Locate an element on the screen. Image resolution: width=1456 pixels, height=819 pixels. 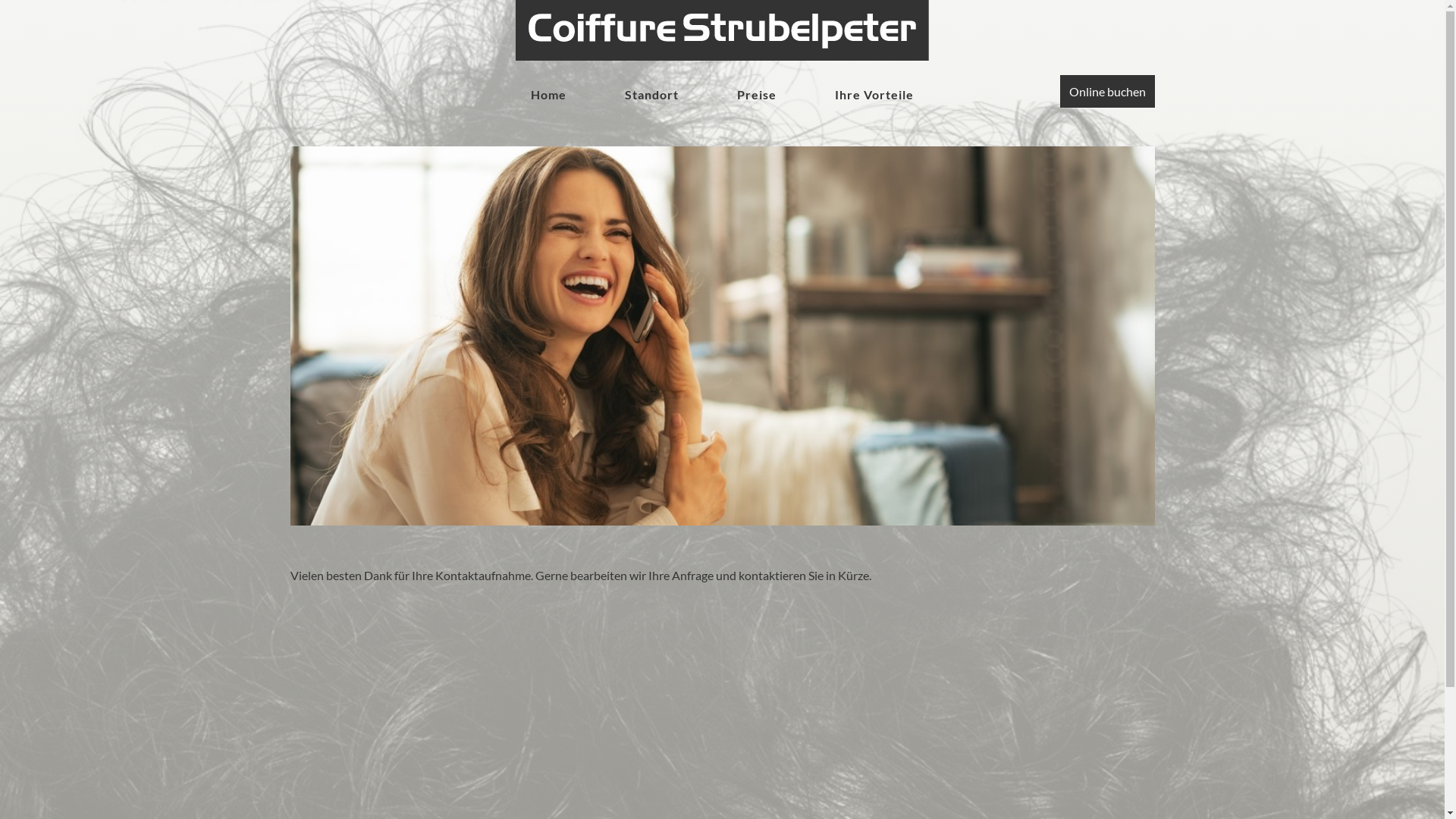
'Preise' is located at coordinates (757, 94).